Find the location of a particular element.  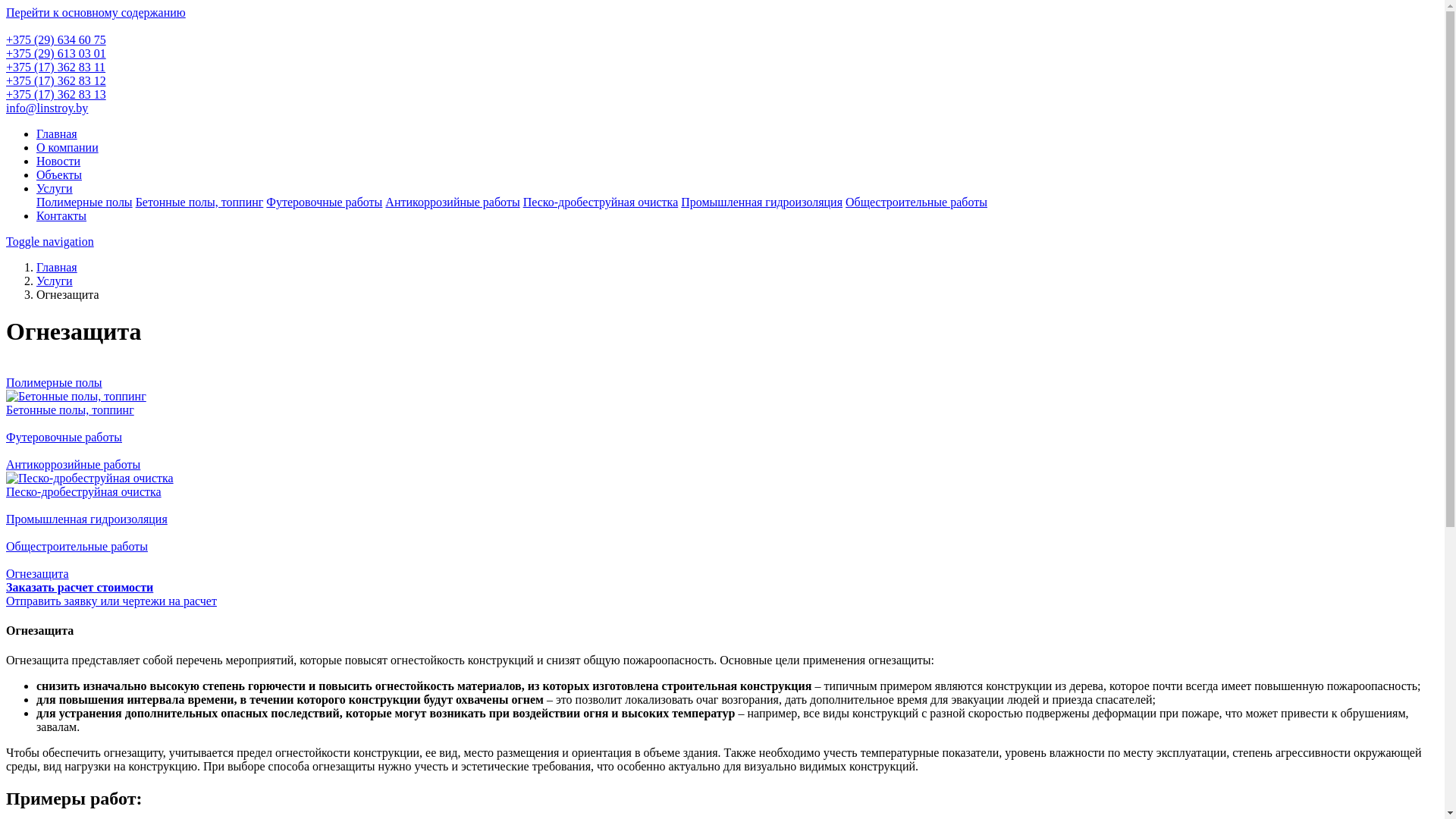

'info@linstroy.by' is located at coordinates (47, 107).